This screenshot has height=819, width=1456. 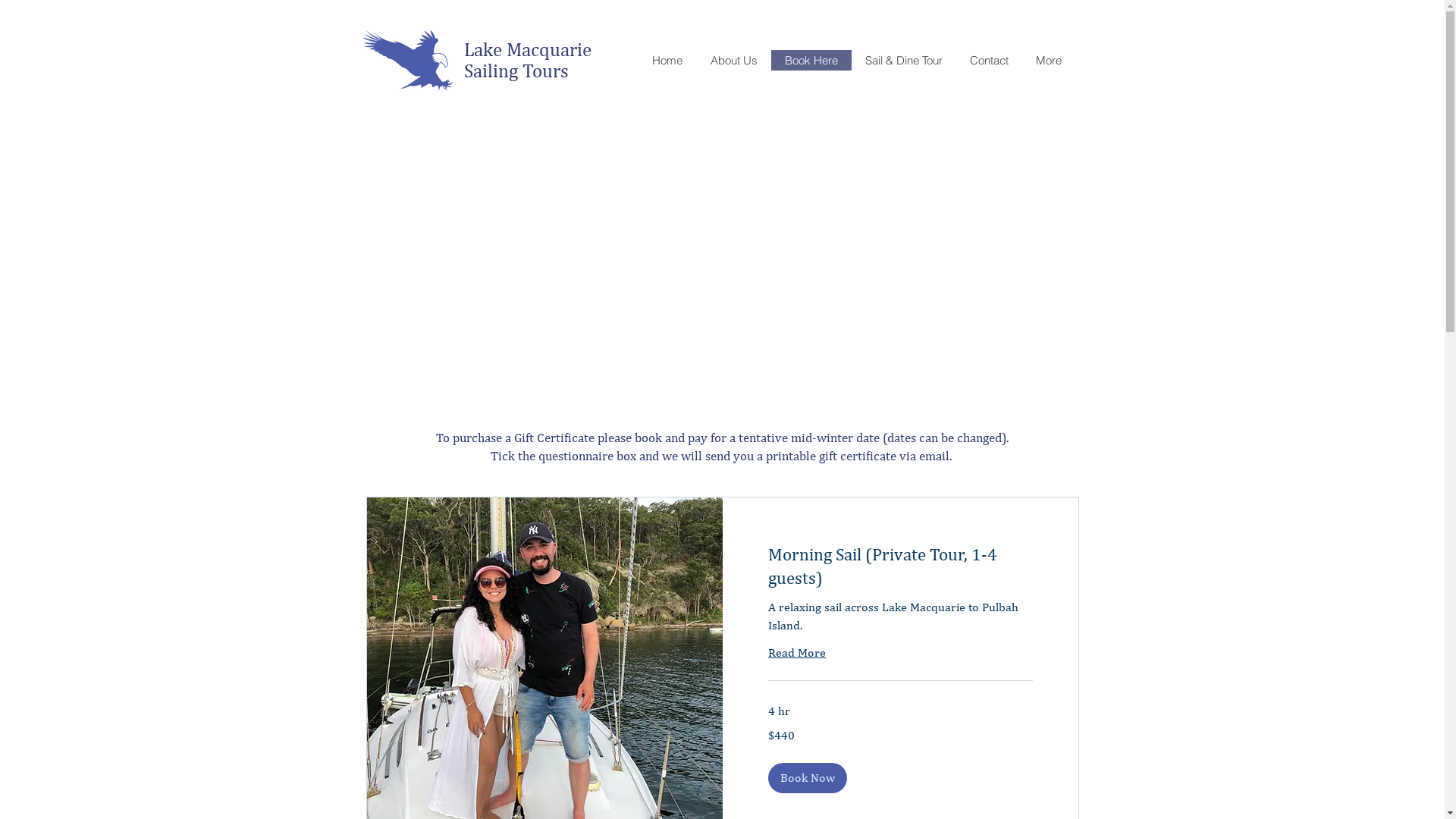 I want to click on 'More', so click(x=1022, y=59).